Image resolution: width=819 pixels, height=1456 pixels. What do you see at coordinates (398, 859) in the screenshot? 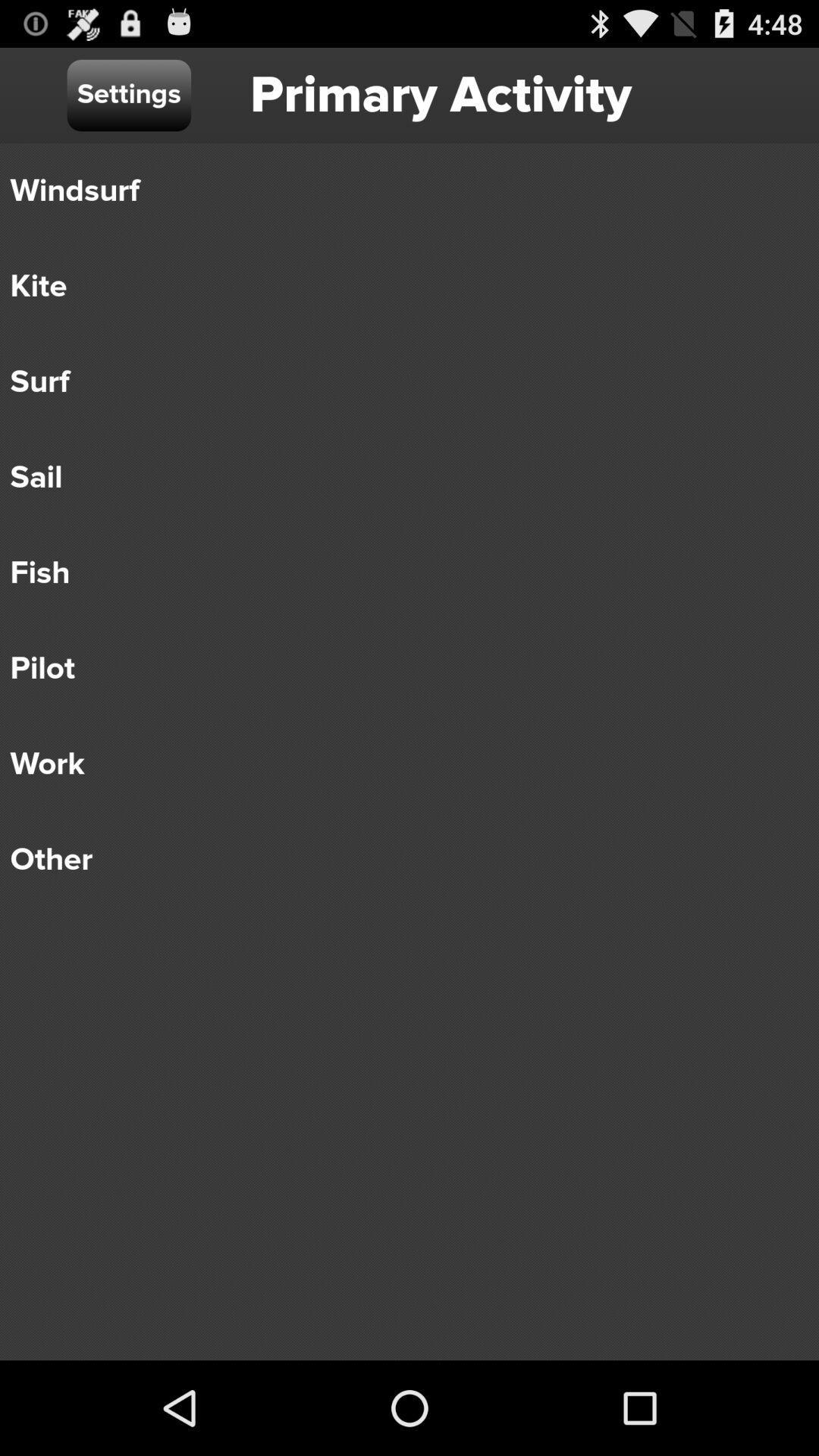
I see `the icon below the work icon` at bounding box center [398, 859].